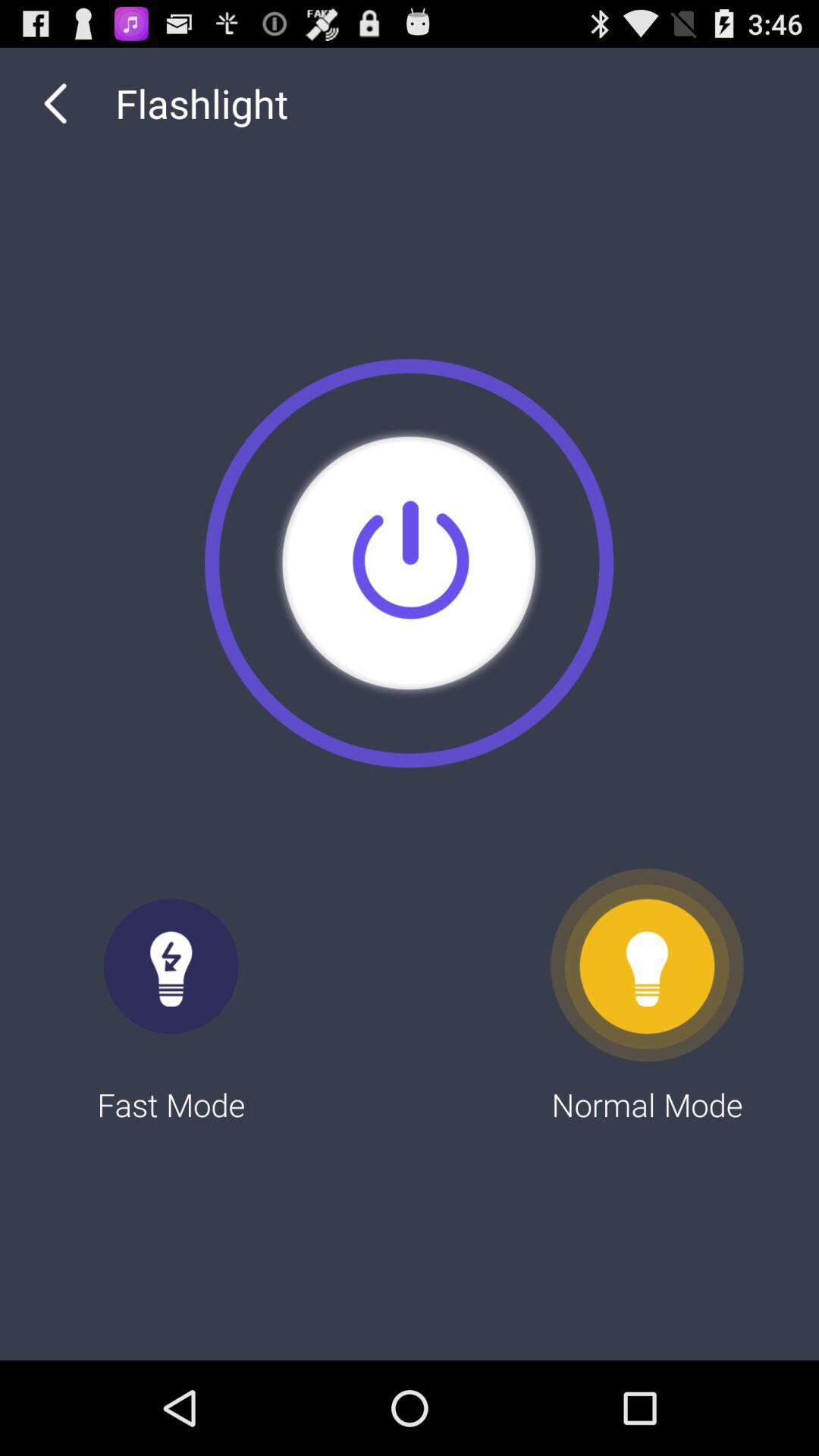 This screenshot has height=1456, width=819. I want to click on icon at the bottom left corner, so click(171, 996).